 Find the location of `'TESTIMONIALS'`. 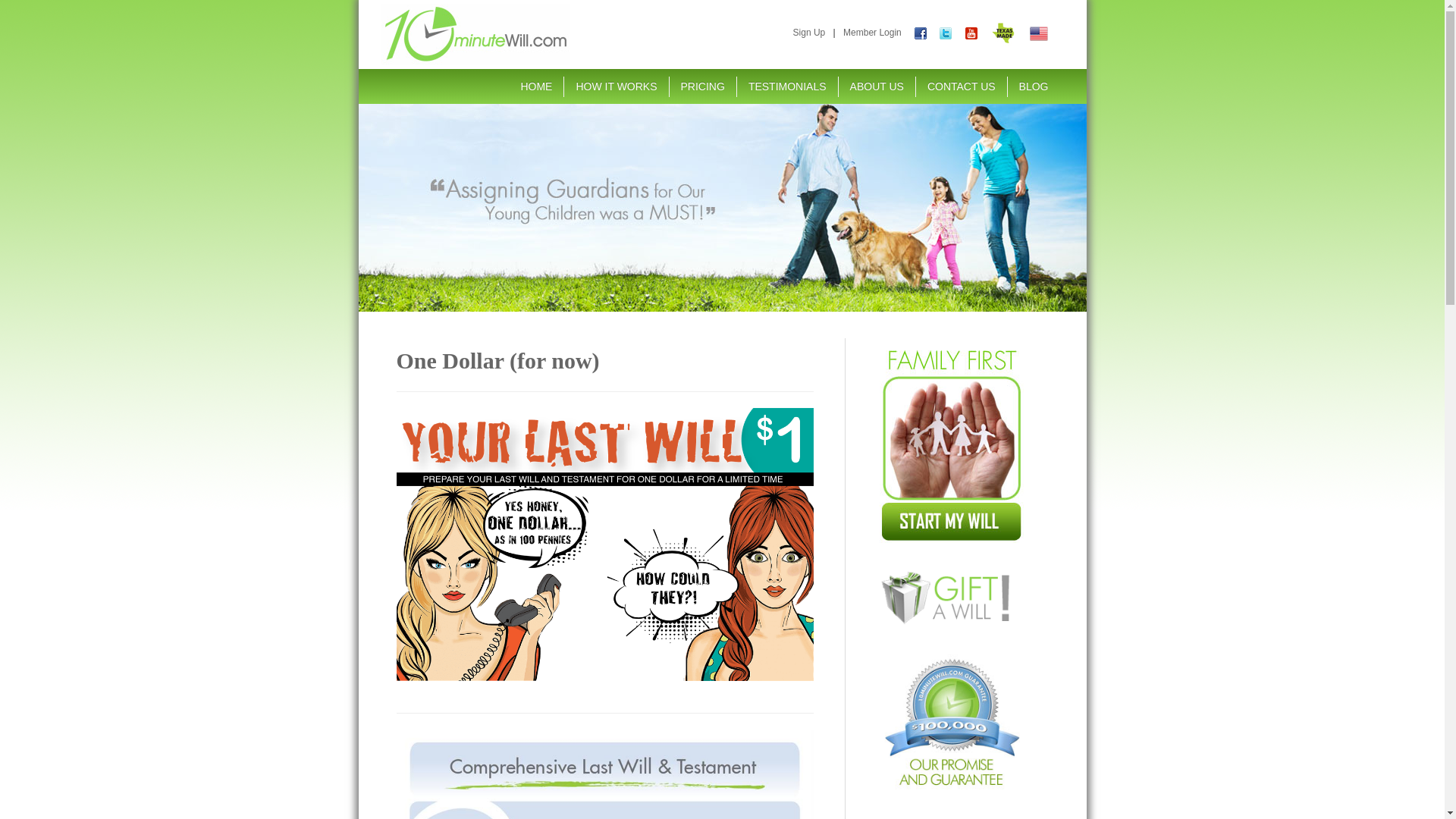

'TESTIMONIALS' is located at coordinates (736, 86).